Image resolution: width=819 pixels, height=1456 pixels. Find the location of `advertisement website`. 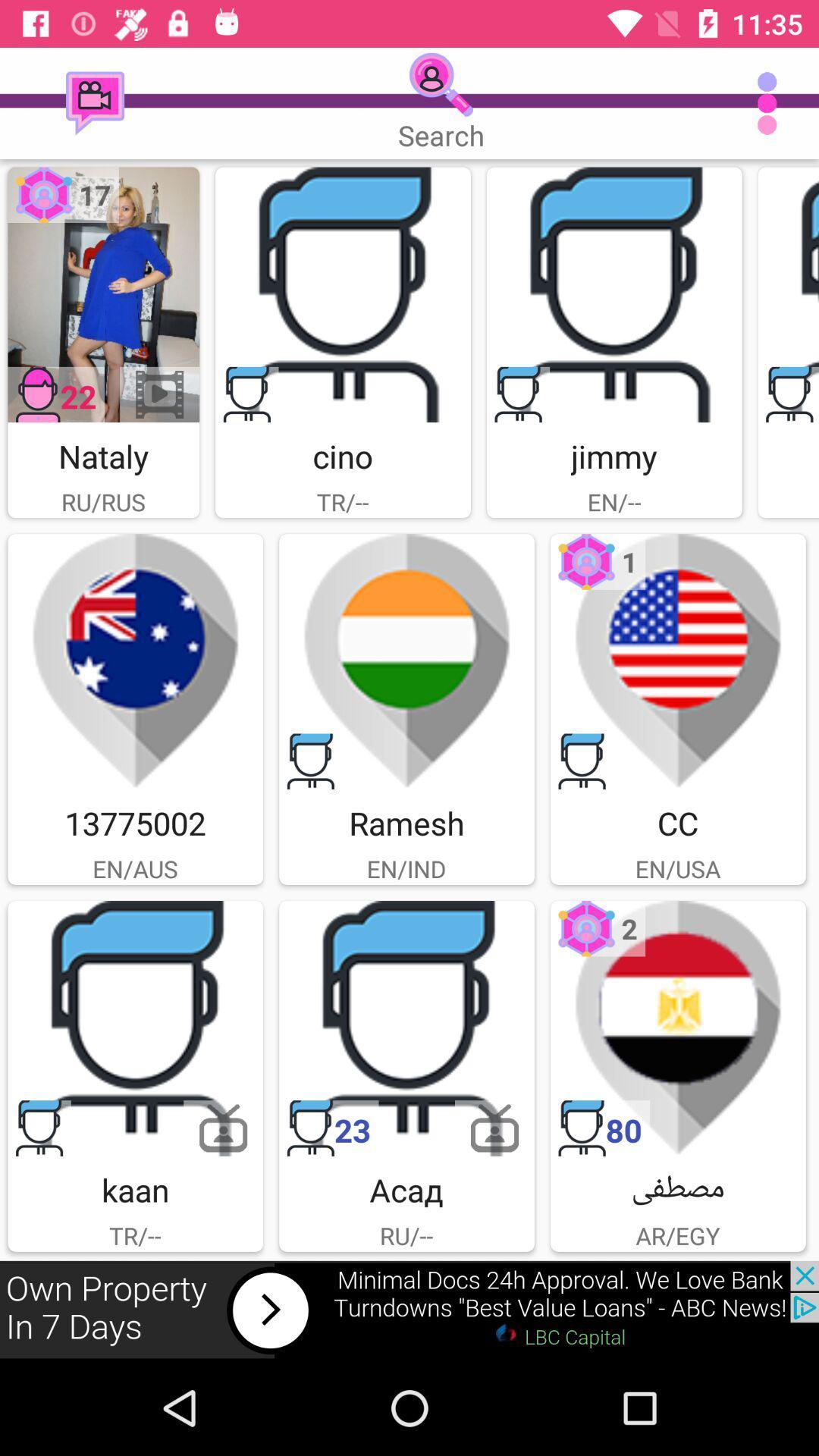

advertisement website is located at coordinates (409, 1310).